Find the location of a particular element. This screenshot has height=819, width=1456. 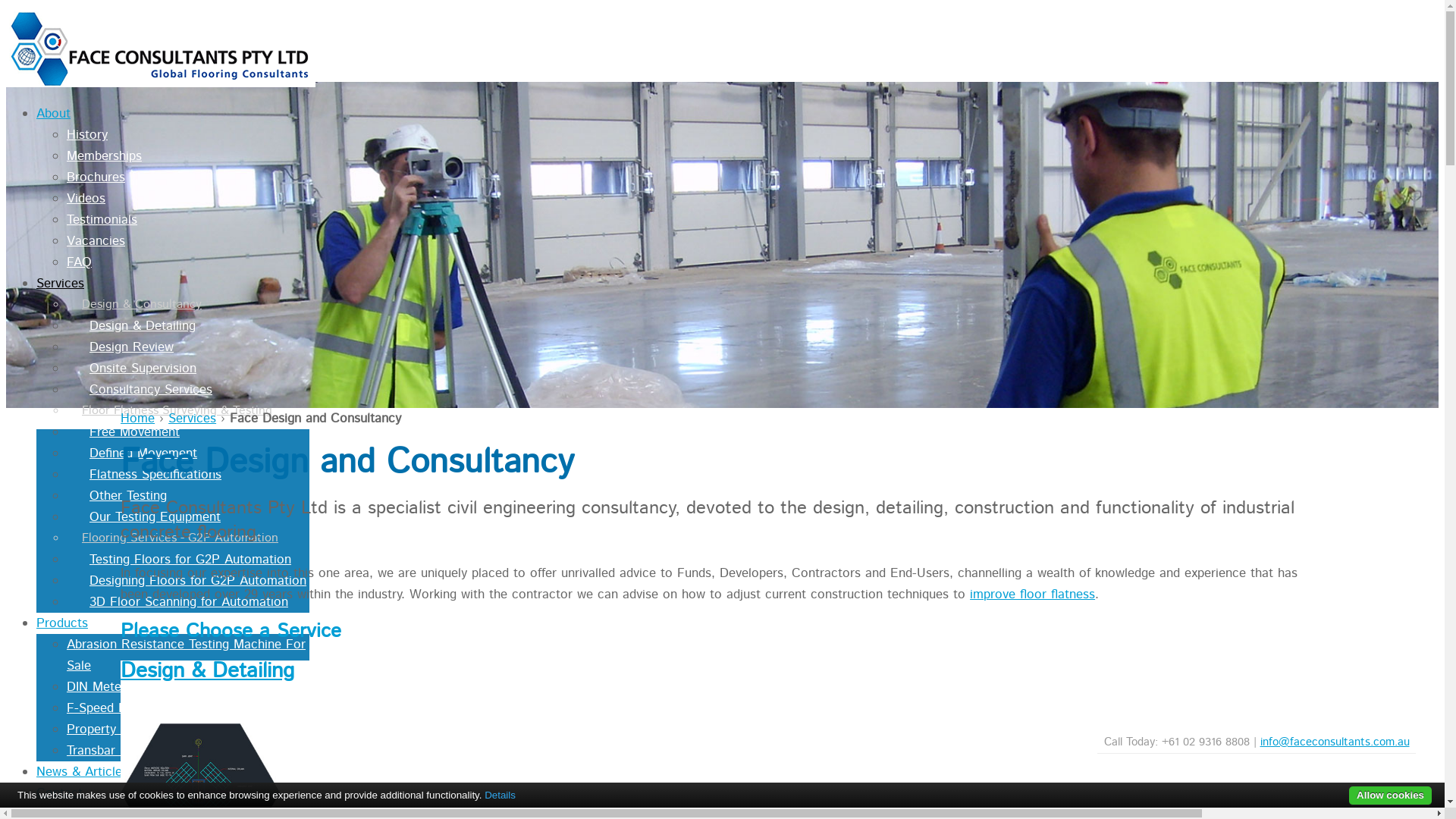

'Consultancy Services' is located at coordinates (65, 388).